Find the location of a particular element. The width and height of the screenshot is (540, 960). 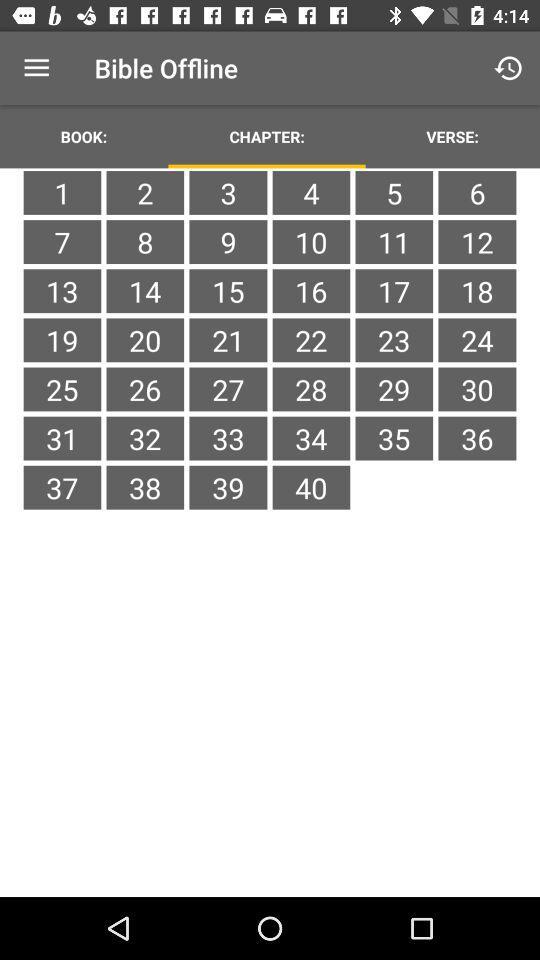

the icon to the left of the chapter: item is located at coordinates (83, 135).